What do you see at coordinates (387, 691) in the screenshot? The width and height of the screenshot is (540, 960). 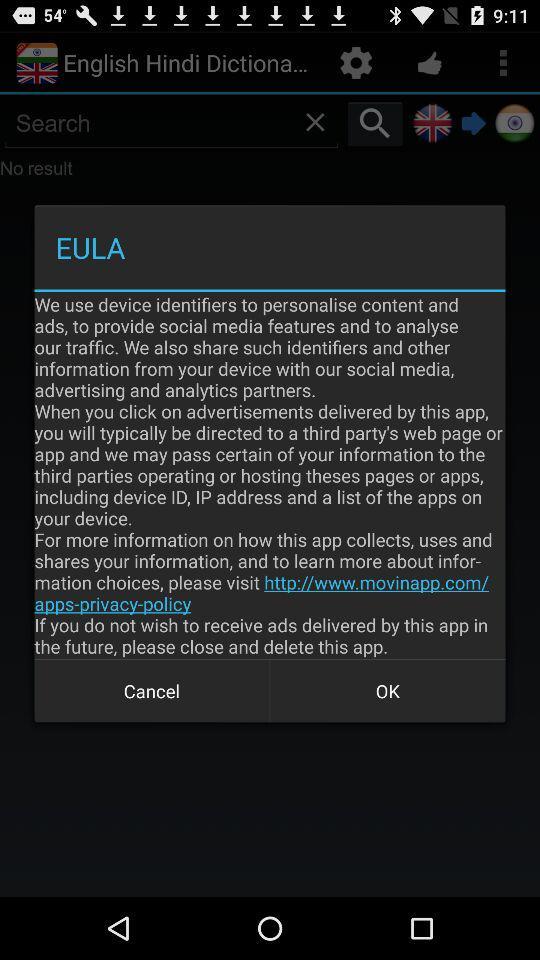 I see `the button next to cancel item` at bounding box center [387, 691].